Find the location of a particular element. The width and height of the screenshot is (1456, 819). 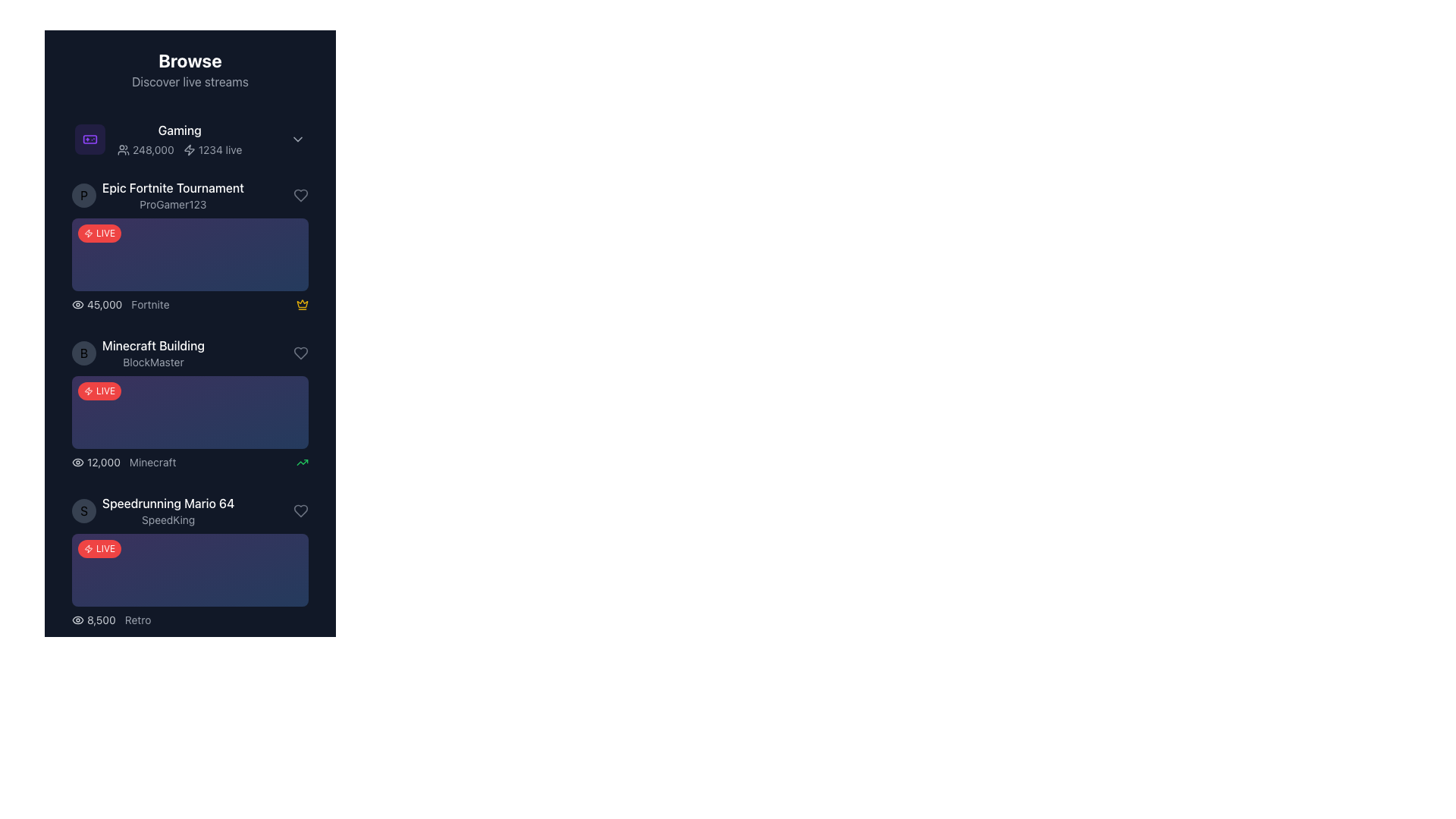

the text label displaying the number '45,000' styled in gray, which is located to the right of an eye icon in the Epic Fortnite Tournament details is located at coordinates (96, 304).